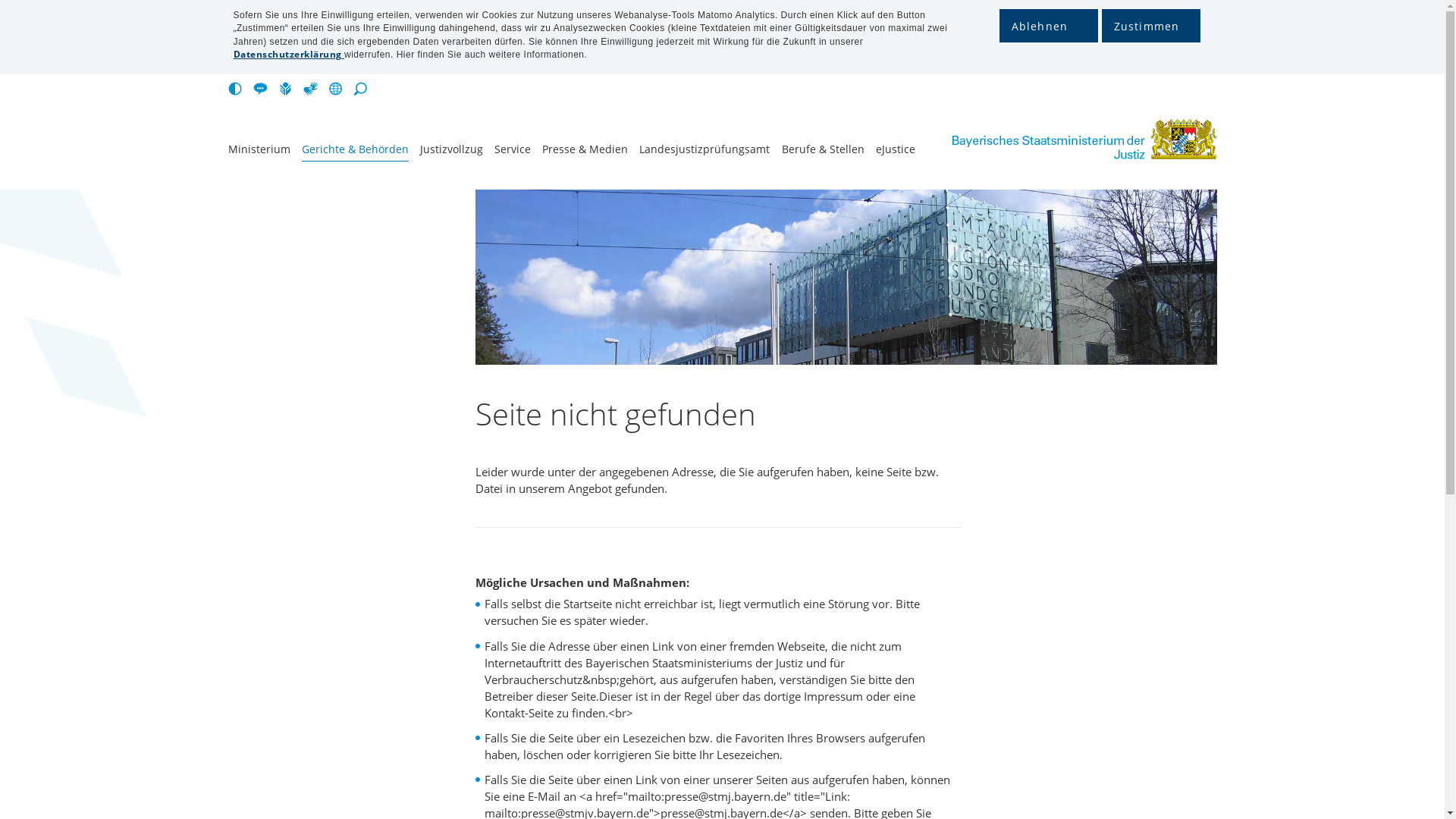 This screenshot has width=1456, height=819. I want to click on 'Ablehnen', so click(1047, 26).